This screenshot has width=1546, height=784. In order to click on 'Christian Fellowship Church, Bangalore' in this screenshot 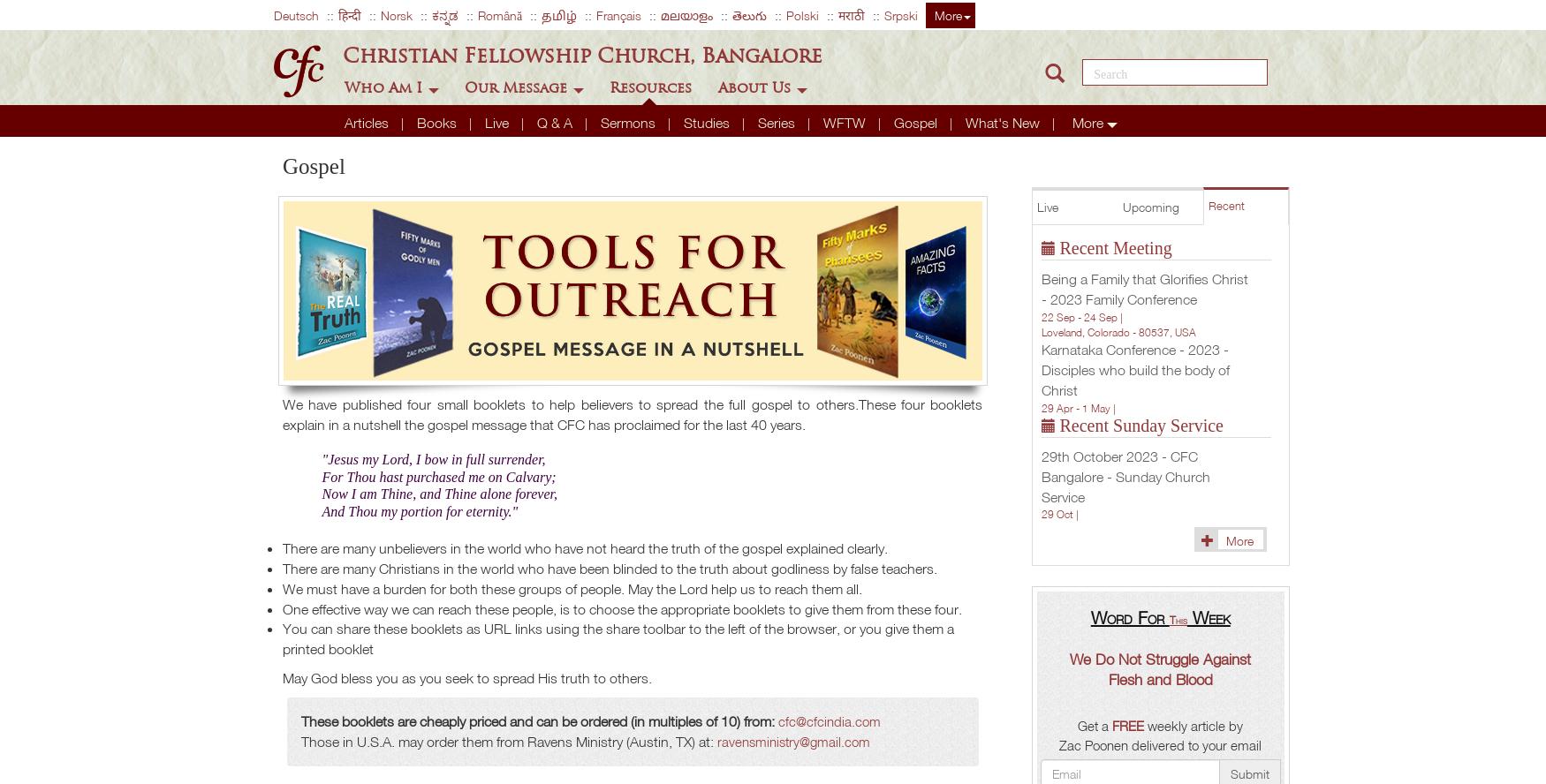, I will do `click(580, 53)`.